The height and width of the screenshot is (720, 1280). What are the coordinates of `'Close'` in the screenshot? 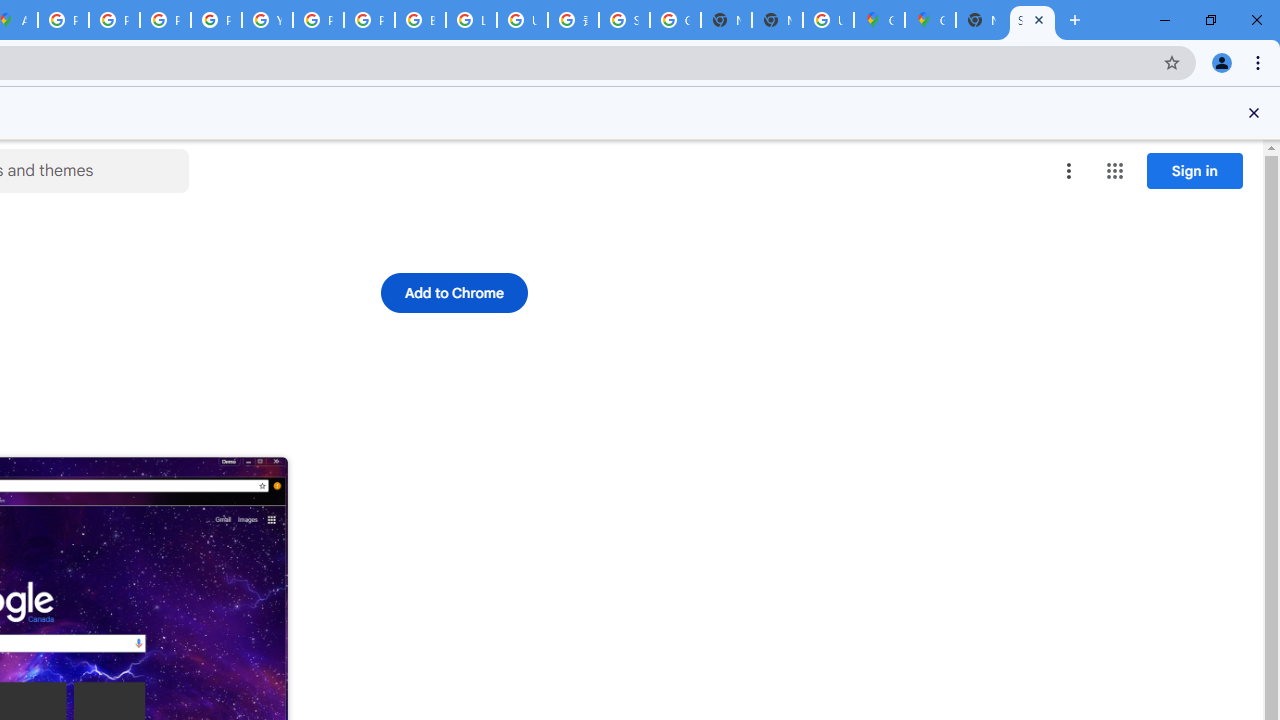 It's located at (1253, 113).